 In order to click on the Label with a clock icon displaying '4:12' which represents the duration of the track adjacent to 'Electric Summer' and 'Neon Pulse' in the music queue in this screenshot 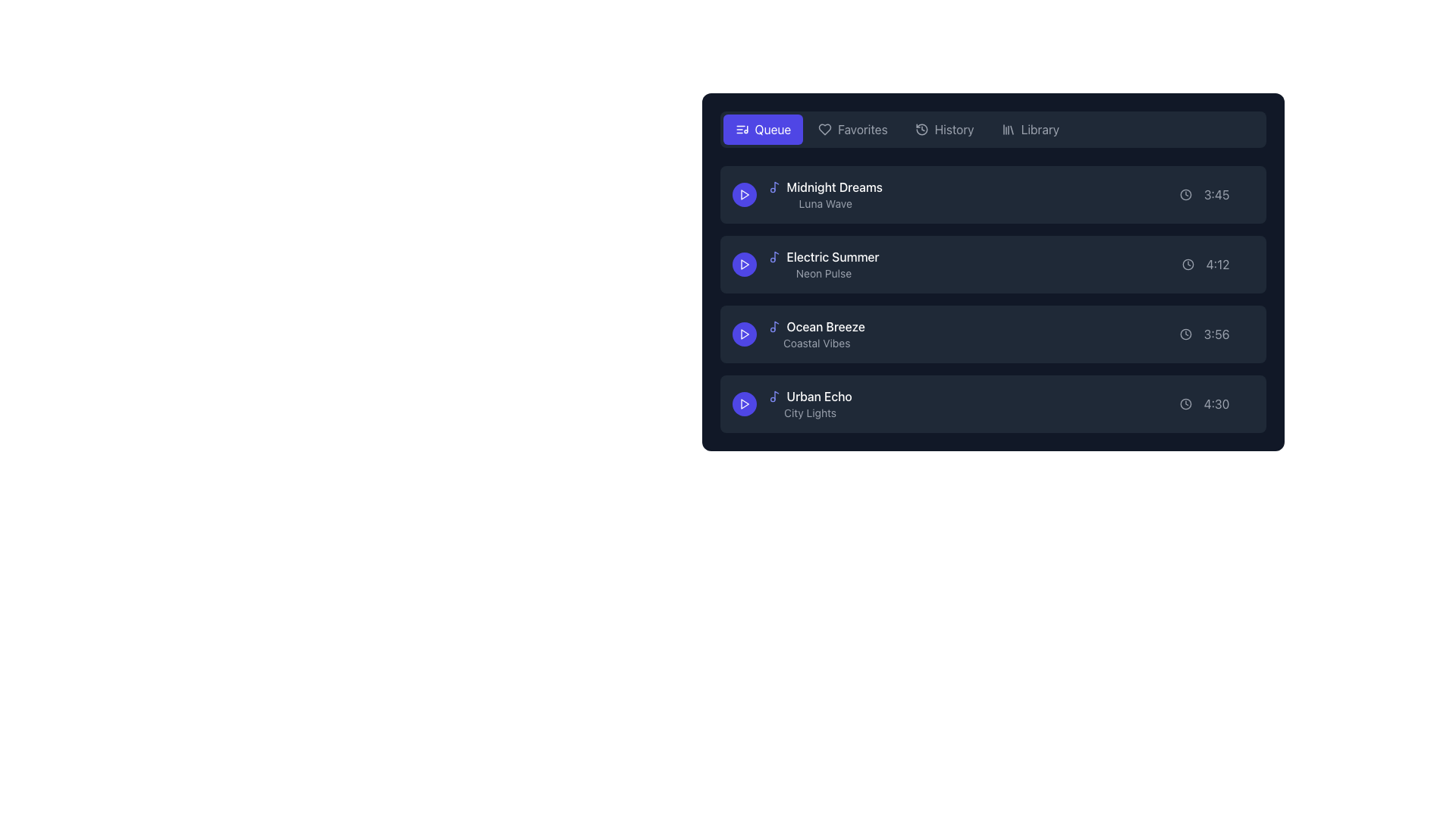, I will do `click(1218, 263)`.